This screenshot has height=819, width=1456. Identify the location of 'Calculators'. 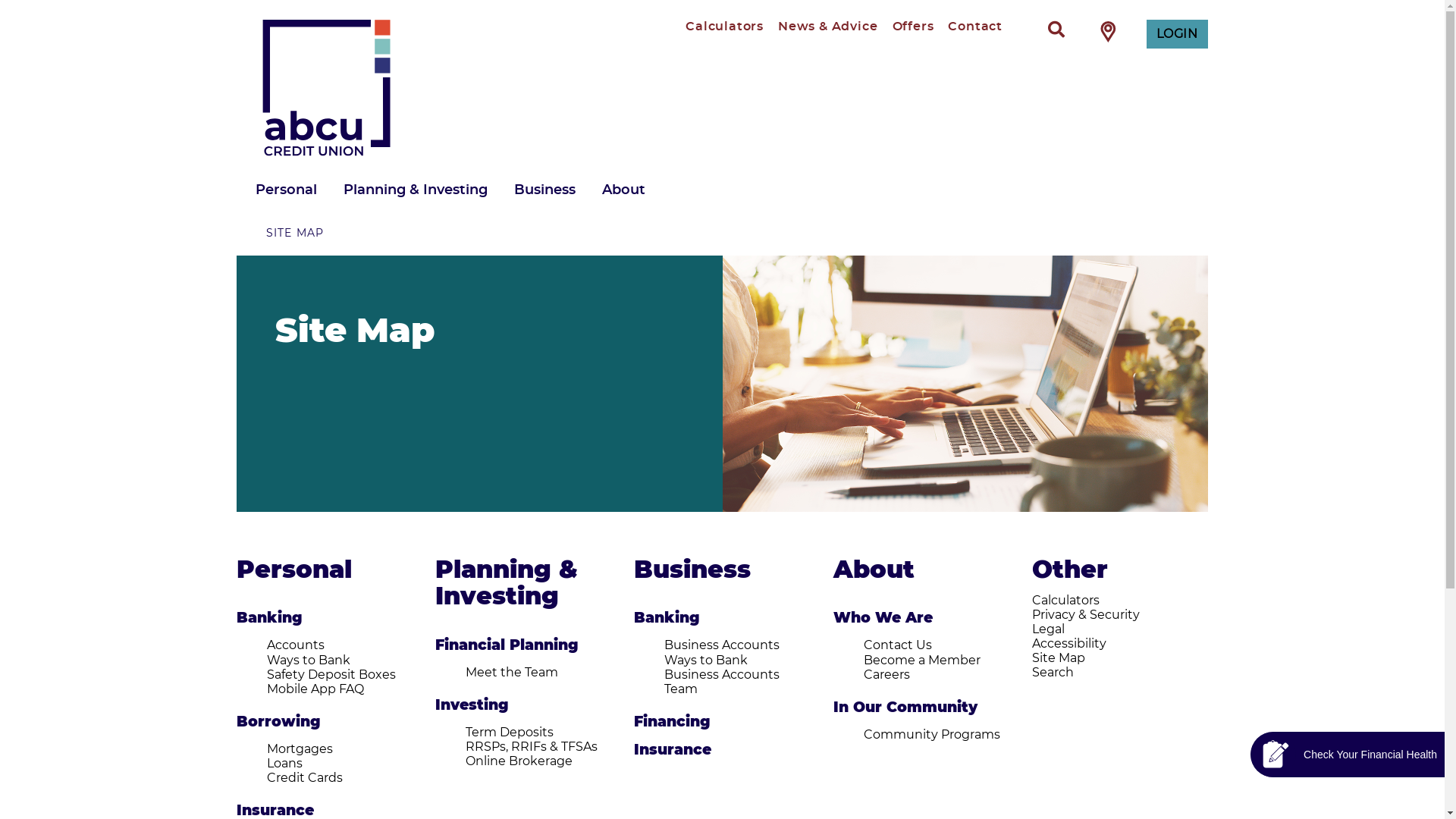
(1065, 599).